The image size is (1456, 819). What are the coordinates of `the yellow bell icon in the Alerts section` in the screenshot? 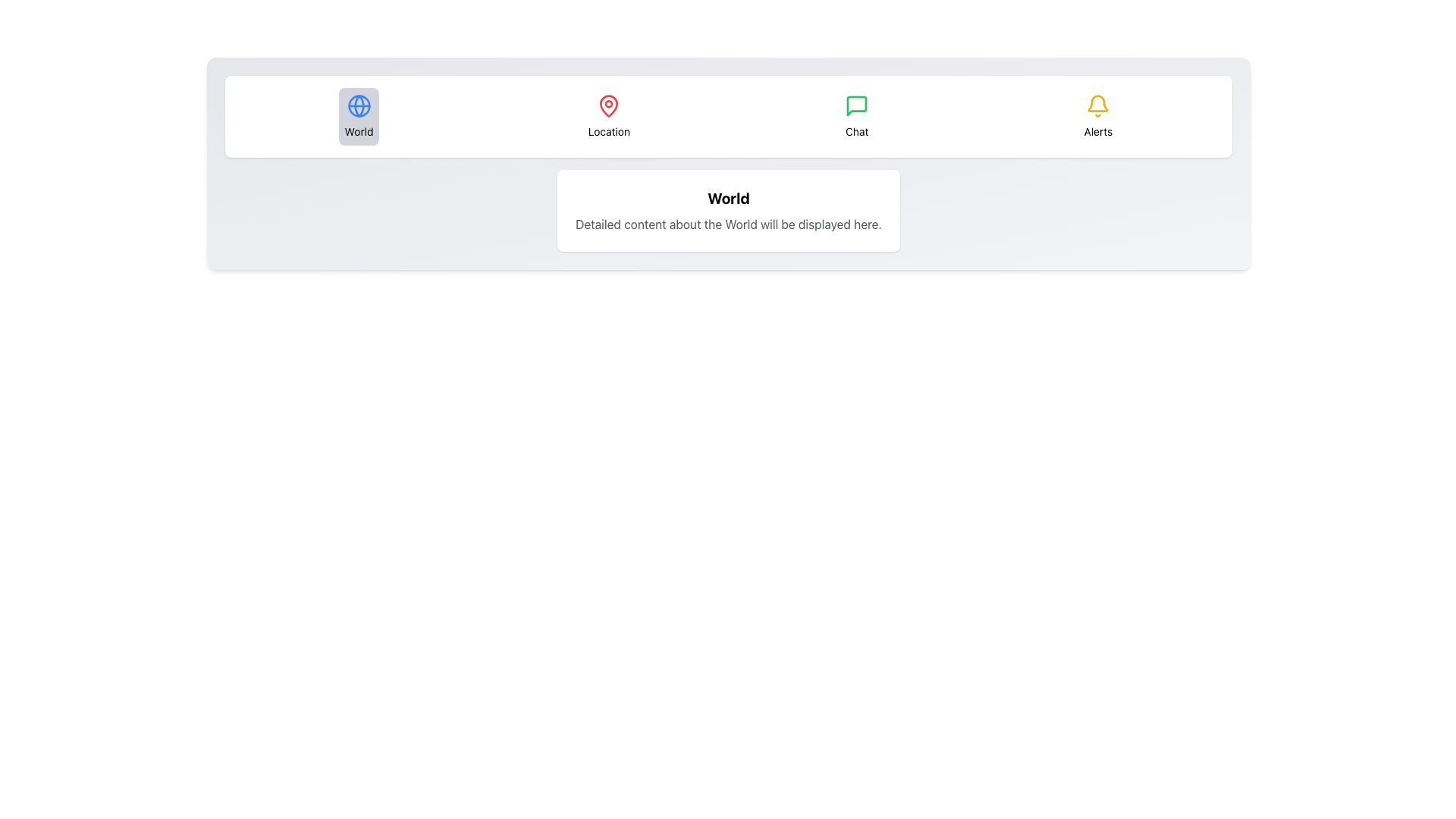 It's located at (1098, 105).